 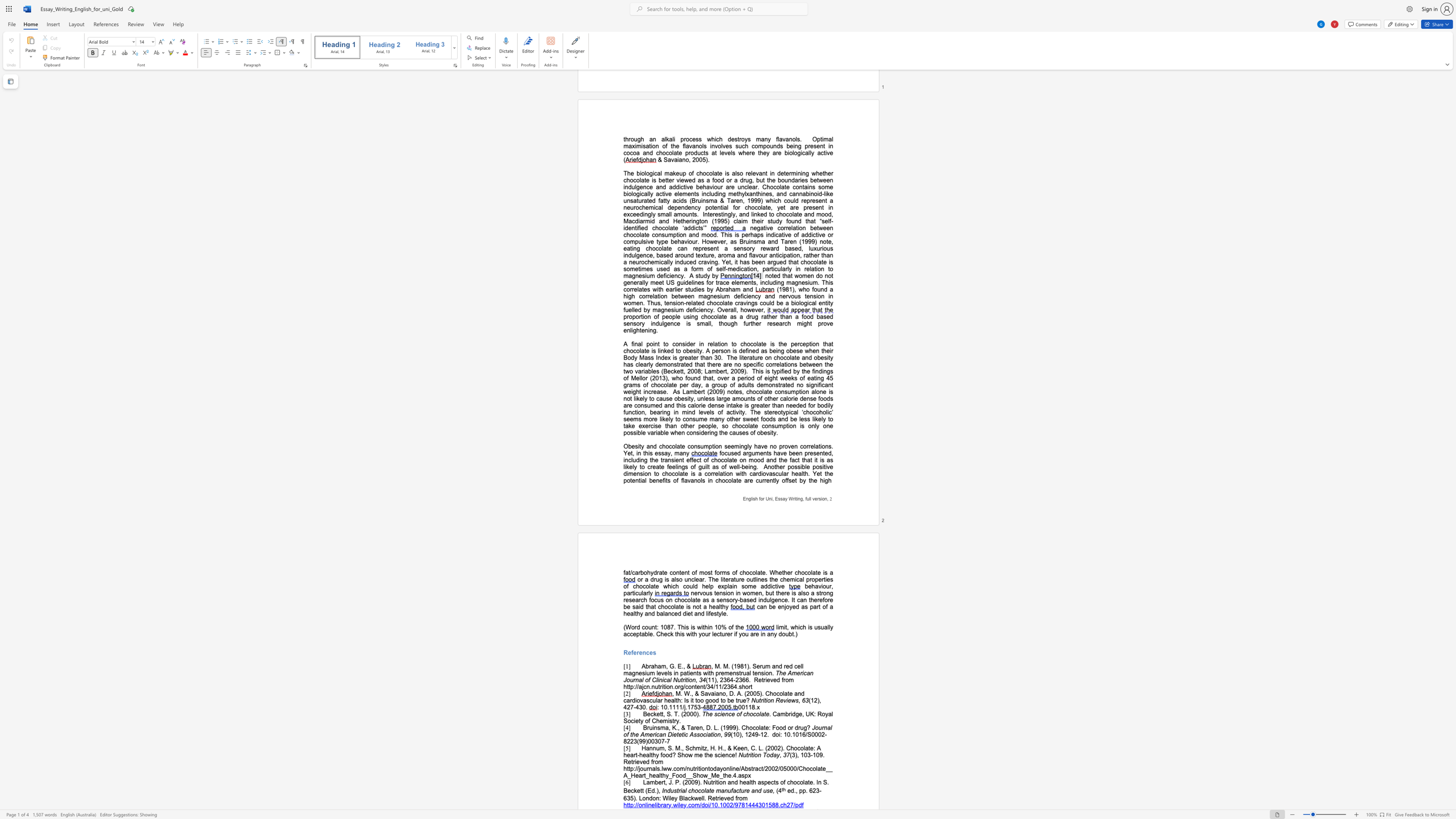 What do you see at coordinates (720, 754) in the screenshot?
I see `the subset text "ien" within the text "Hannum, S. M., Schmitz, H. H., & Keen, C. L. (2002). Chocolate: A heart-healthy food? Show me the science!"` at bounding box center [720, 754].